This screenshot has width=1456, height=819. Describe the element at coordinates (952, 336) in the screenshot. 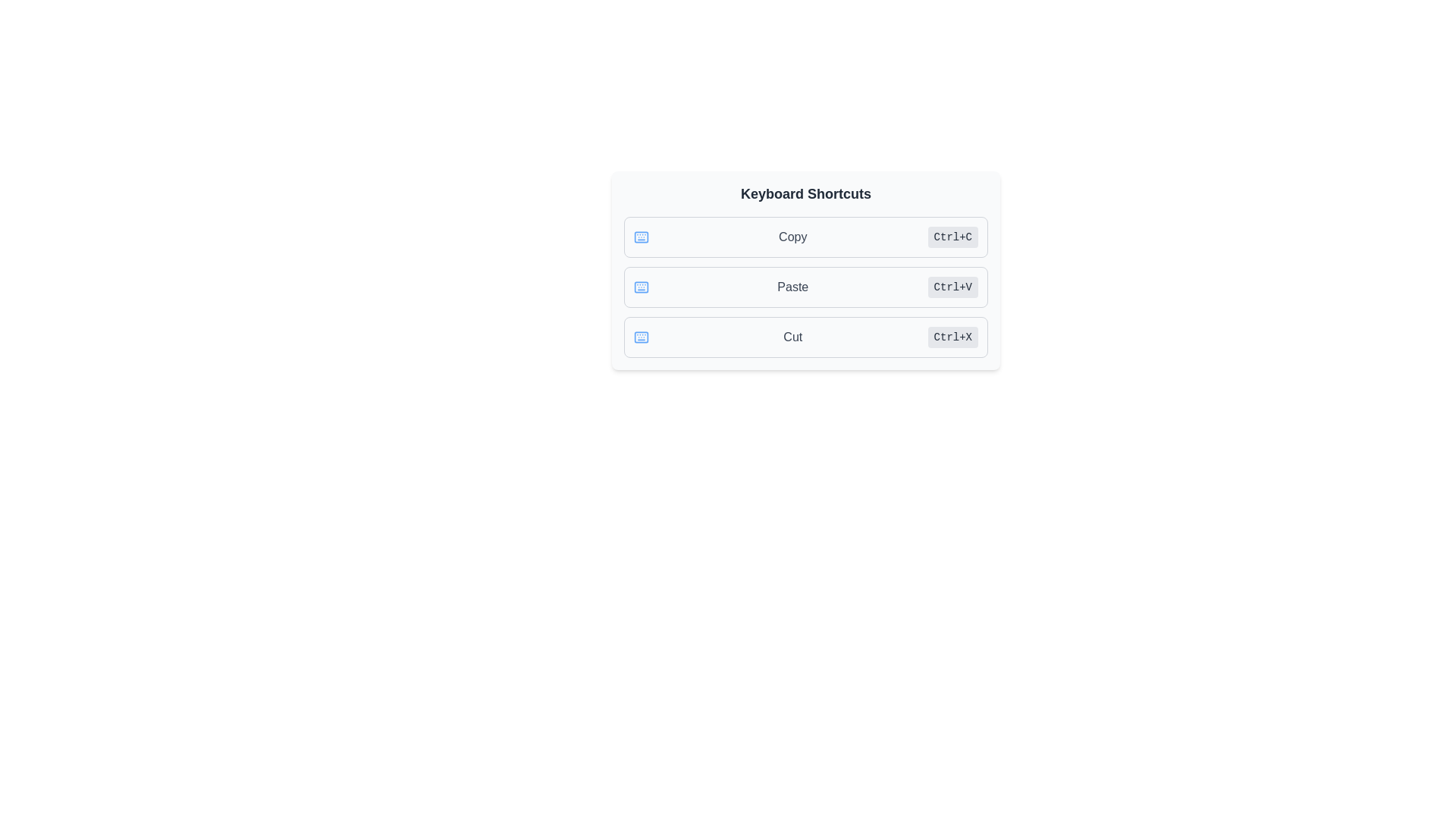

I see `the keyboard shortcut label for 'Cut' operation ('Ctrl+X') which is positioned to the far right of the 'Cut' text label in the vertical list menu` at that location.